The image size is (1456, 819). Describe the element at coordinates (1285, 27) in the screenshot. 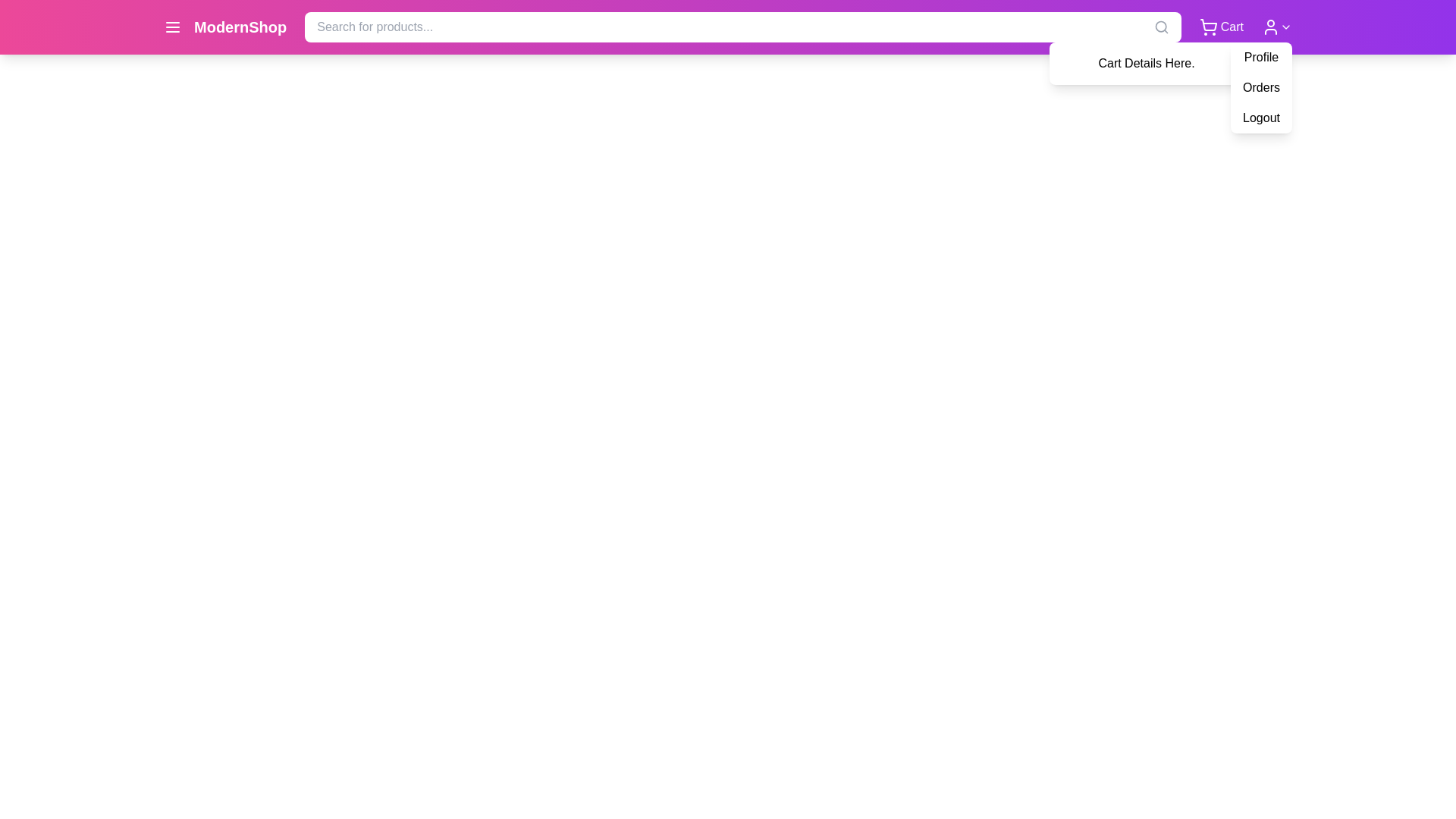

I see `the downward-facing chevron icon located at the top-right corner of the navigation bar` at that location.